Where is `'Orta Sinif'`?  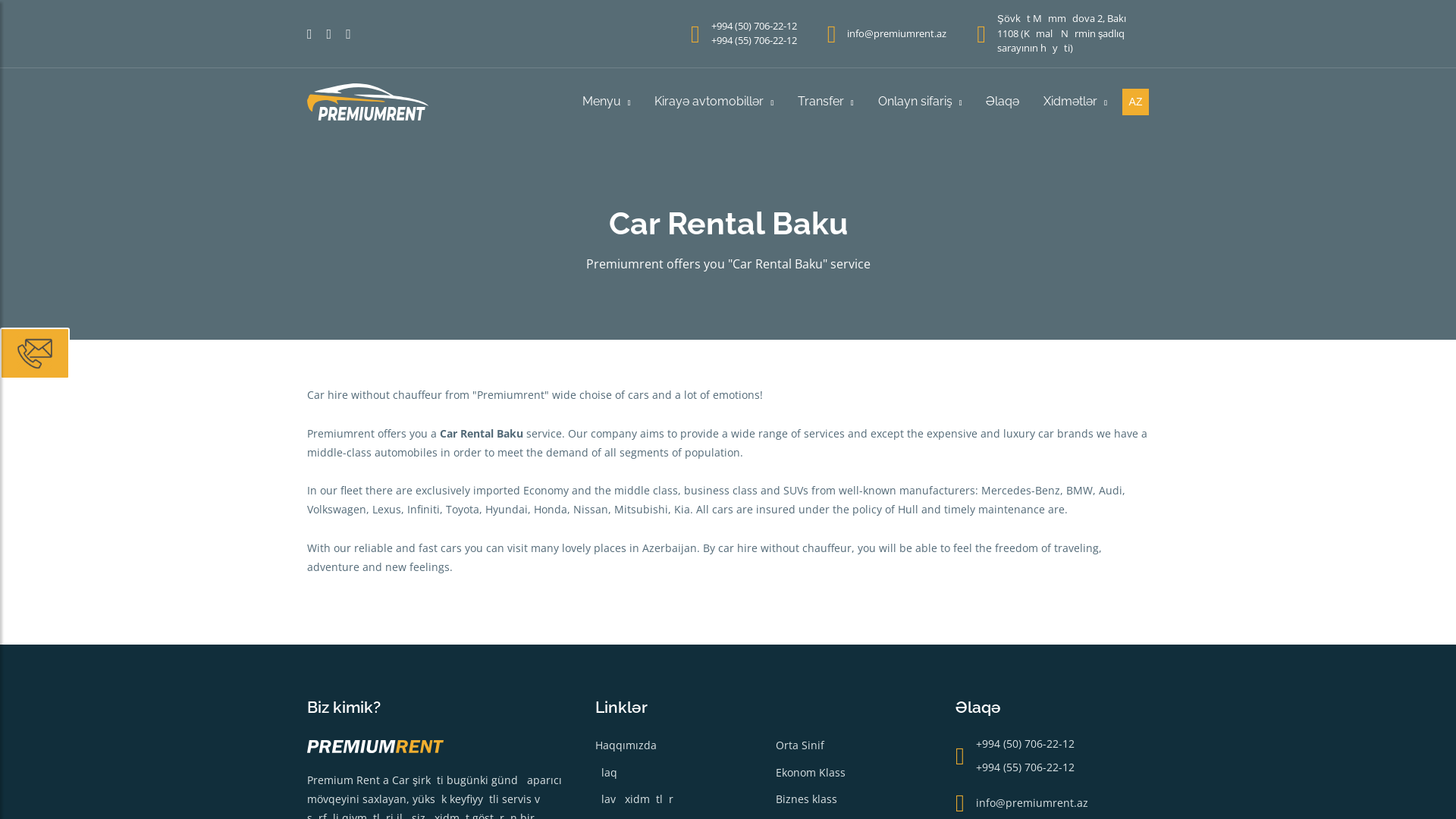
'Orta Sinif' is located at coordinates (799, 744).